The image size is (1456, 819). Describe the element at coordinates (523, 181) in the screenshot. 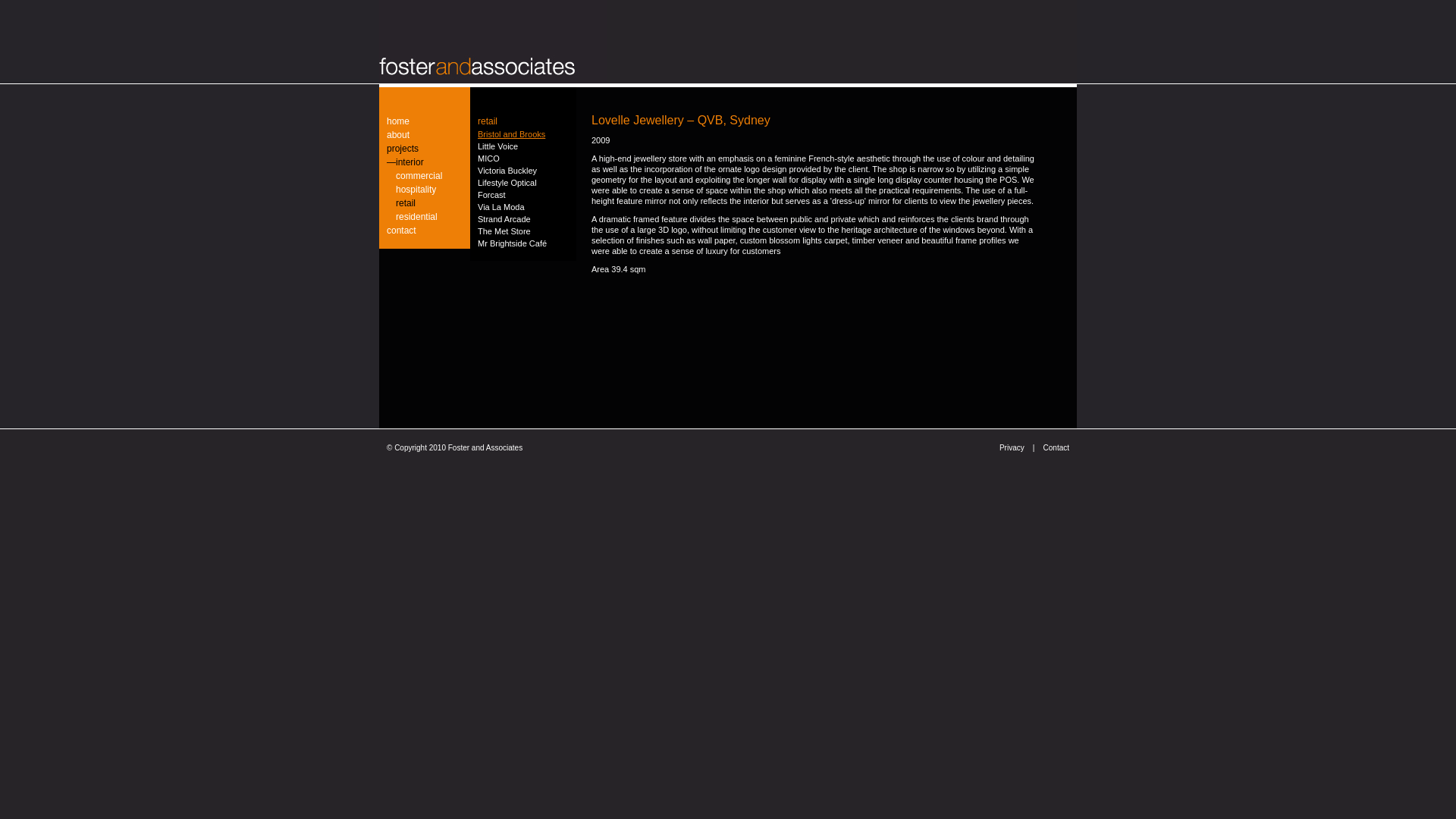

I see `'Lifestyle Optical'` at that location.